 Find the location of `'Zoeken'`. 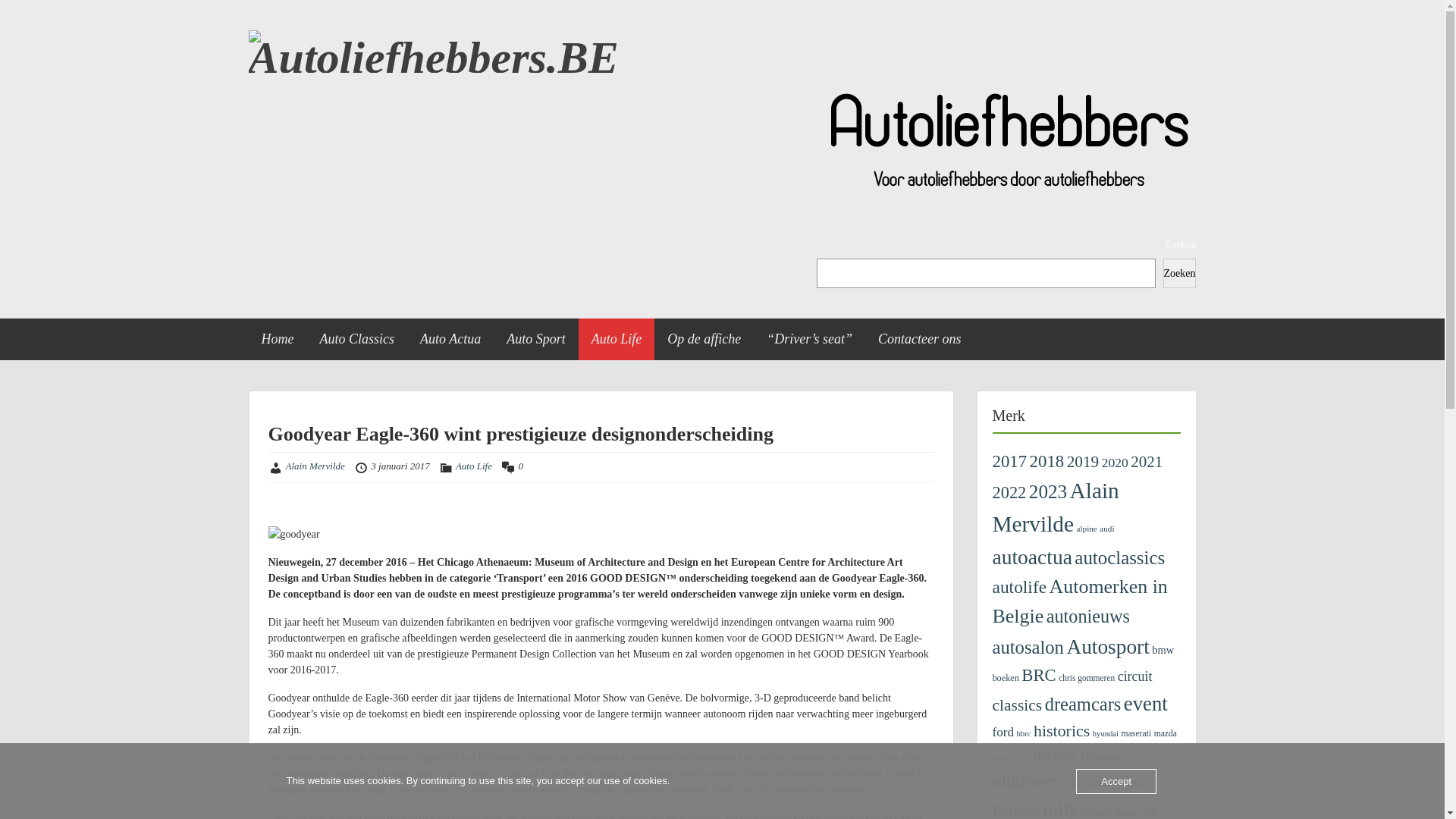

'Zoeken' is located at coordinates (1178, 273).